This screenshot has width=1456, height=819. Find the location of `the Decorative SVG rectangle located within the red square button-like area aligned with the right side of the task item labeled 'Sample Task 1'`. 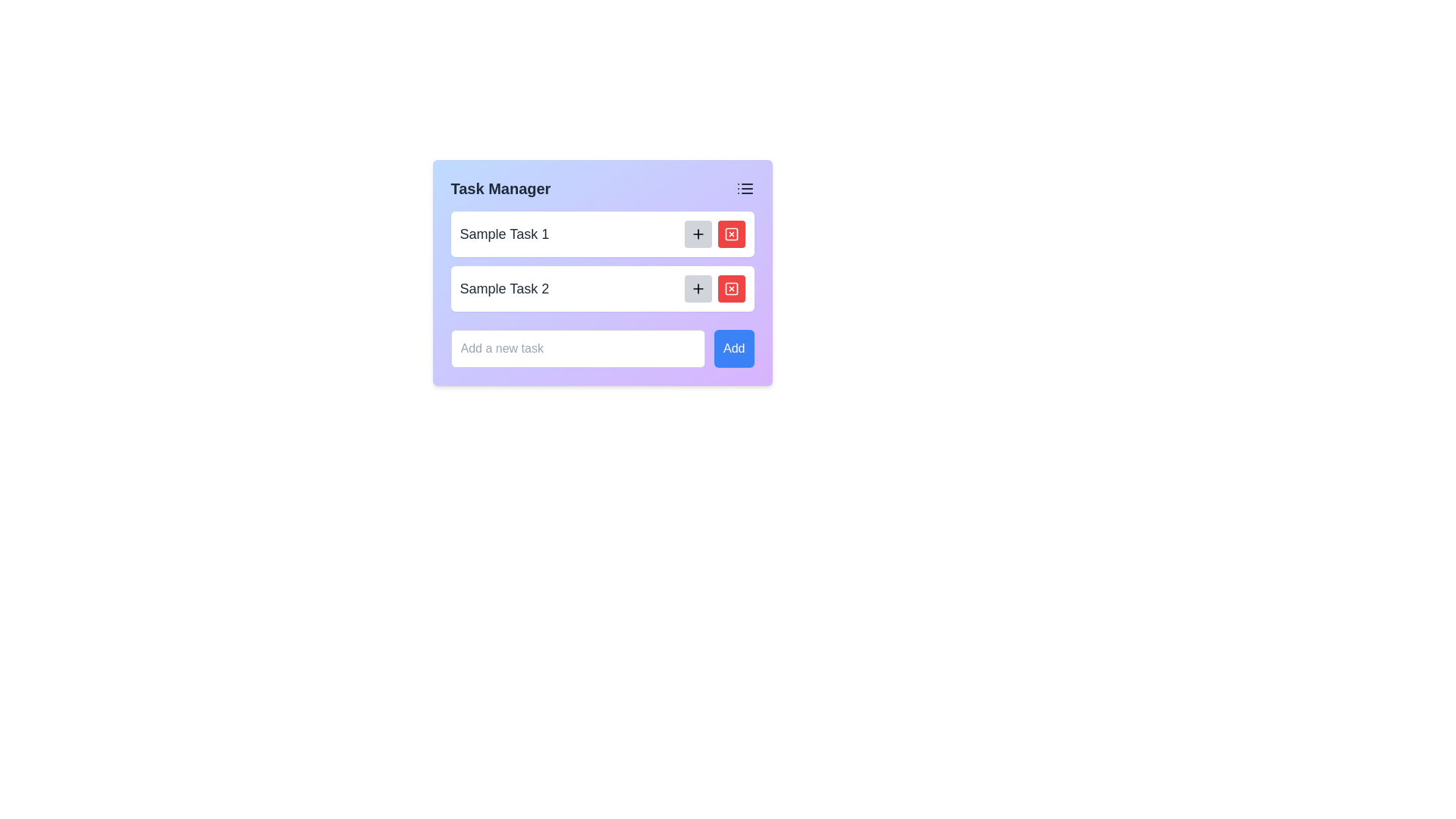

the Decorative SVG rectangle located within the red square button-like area aligned with the right side of the task item labeled 'Sample Task 1' is located at coordinates (731, 234).